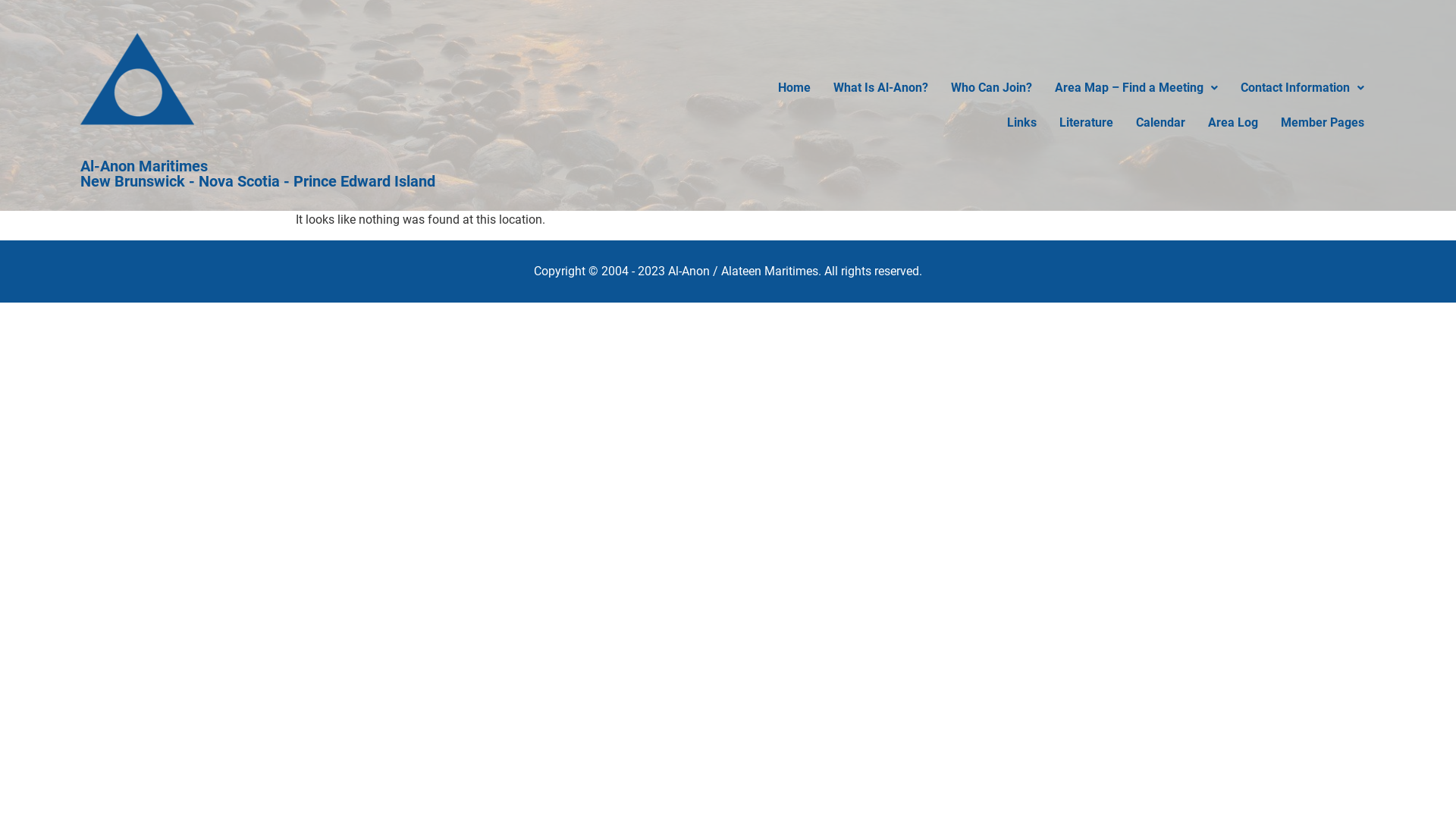 The height and width of the screenshot is (819, 1456). What do you see at coordinates (991, 87) in the screenshot?
I see `'Who Can Join?'` at bounding box center [991, 87].